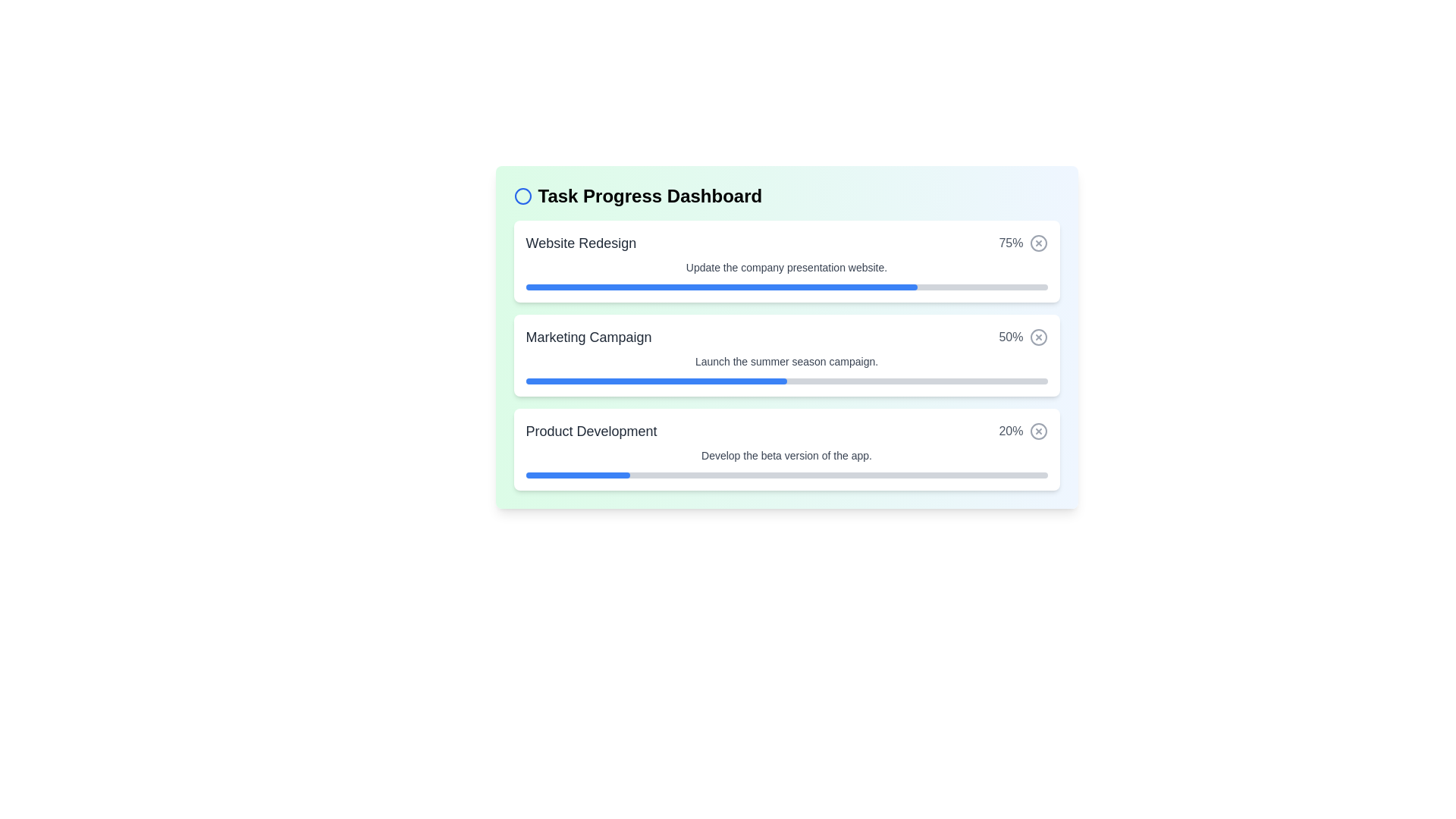  I want to click on the 'remove' or 'close' icon button located in the 'Product Development' progress section, so click(1037, 431).